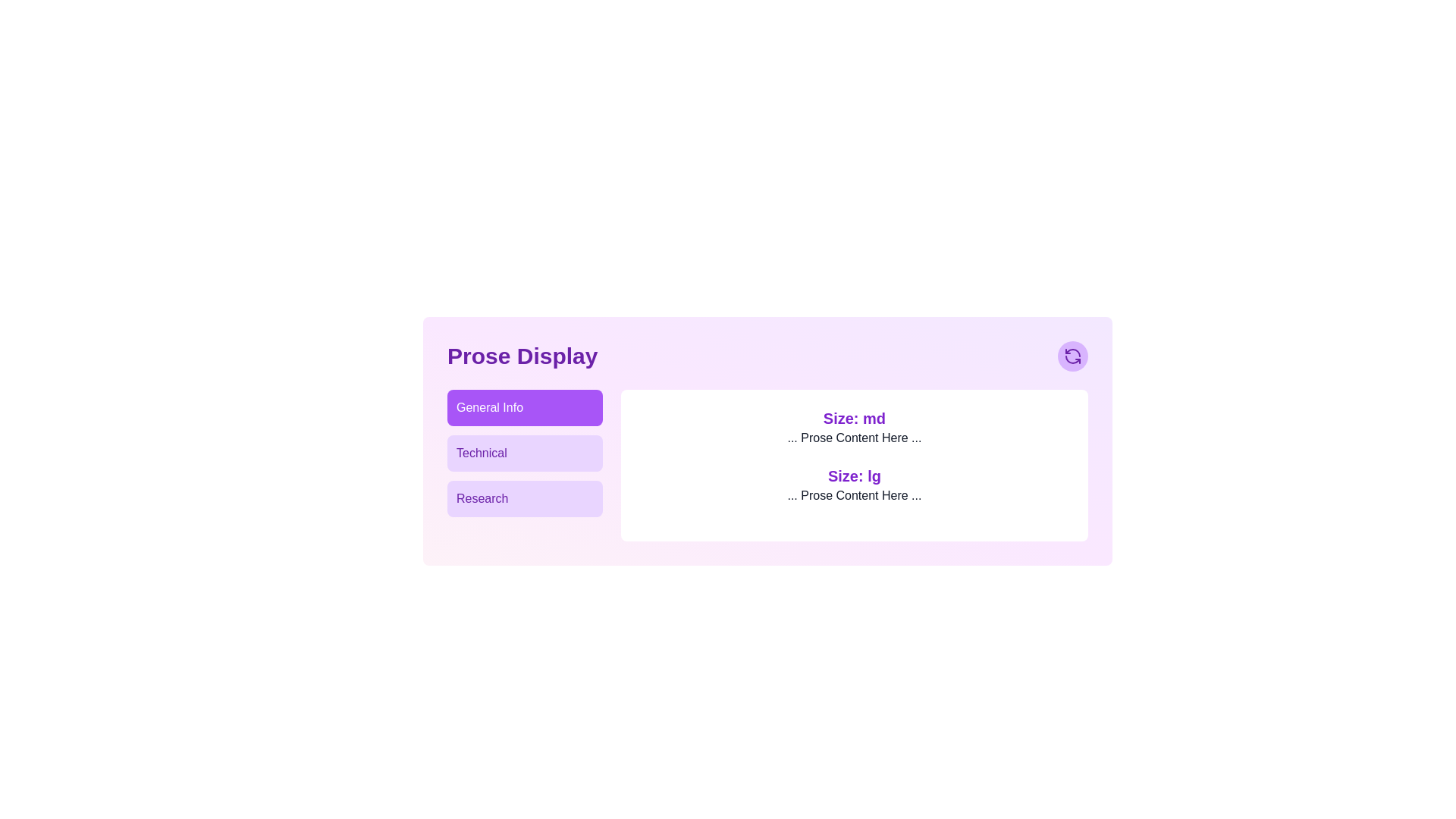 The width and height of the screenshot is (1456, 819). What do you see at coordinates (855, 496) in the screenshot?
I see `the text block styled with a large serif font in gray, located below the title 'Size: lg' within the main content card` at bounding box center [855, 496].